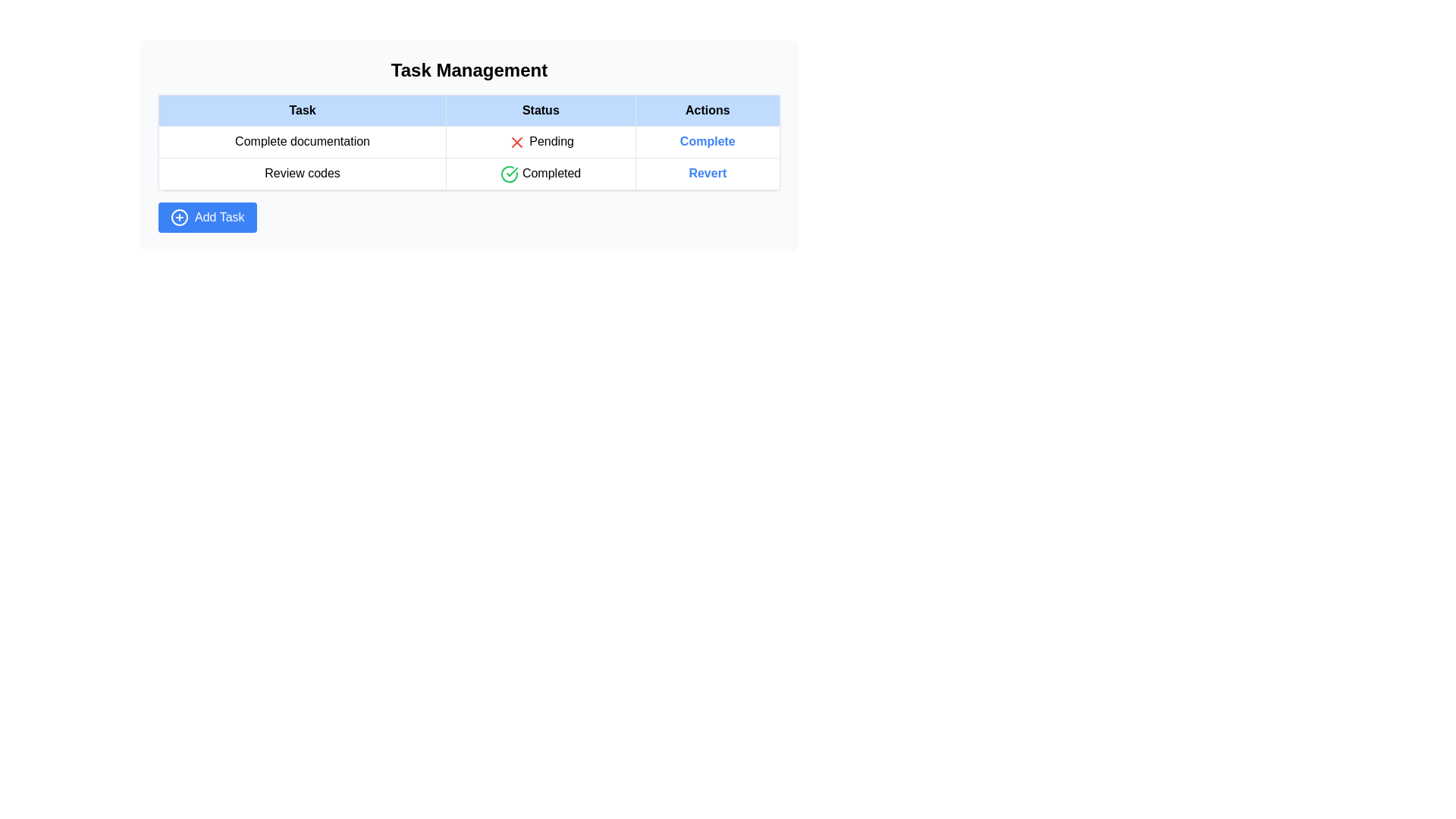  What do you see at coordinates (179, 216) in the screenshot?
I see `the circular graphic element located at the center of the blue 'Add Task' button in the task management interface` at bounding box center [179, 216].